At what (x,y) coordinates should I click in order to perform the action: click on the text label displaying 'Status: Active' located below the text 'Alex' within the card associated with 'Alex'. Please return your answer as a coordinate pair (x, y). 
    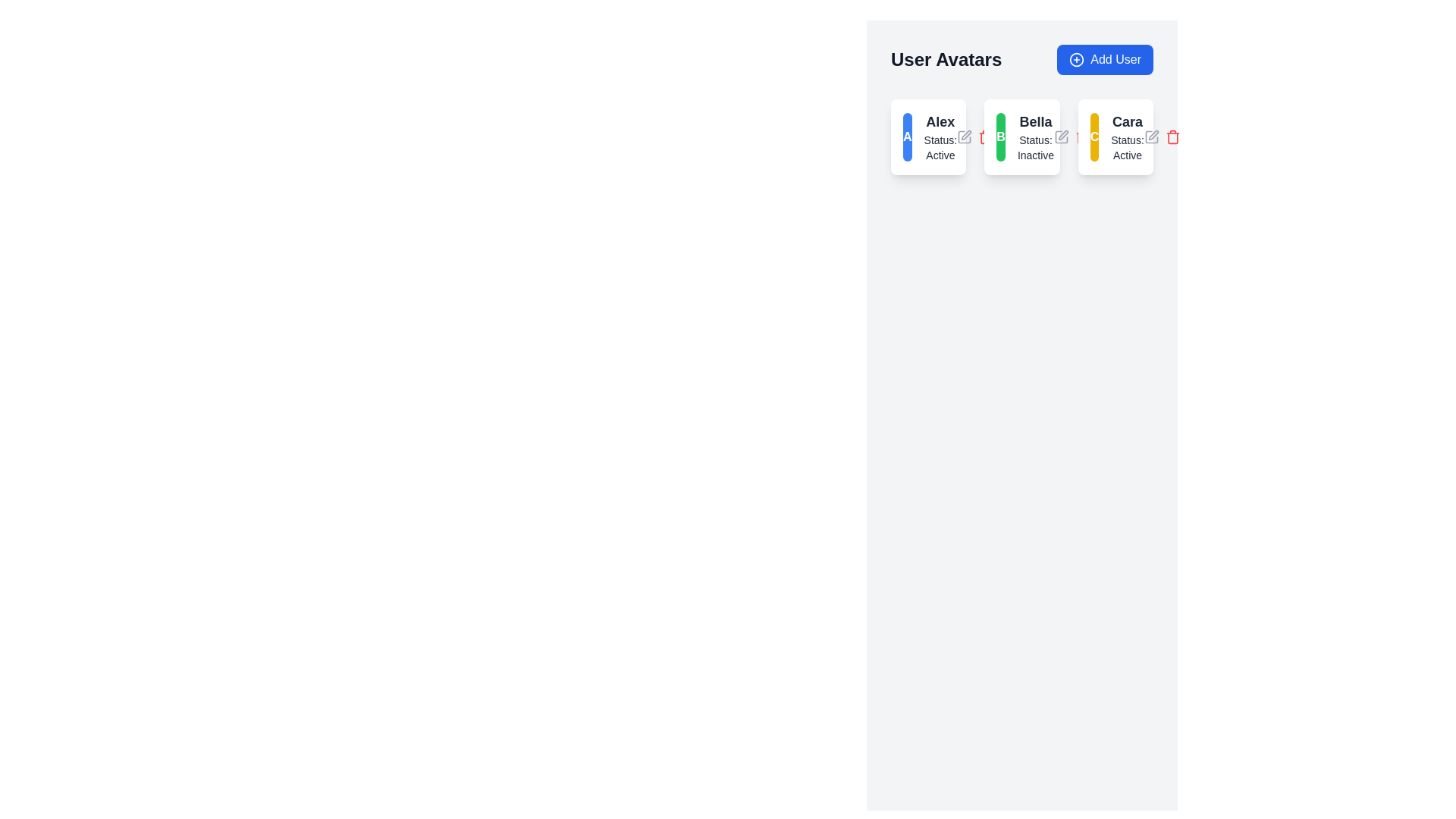
    Looking at the image, I should click on (940, 148).